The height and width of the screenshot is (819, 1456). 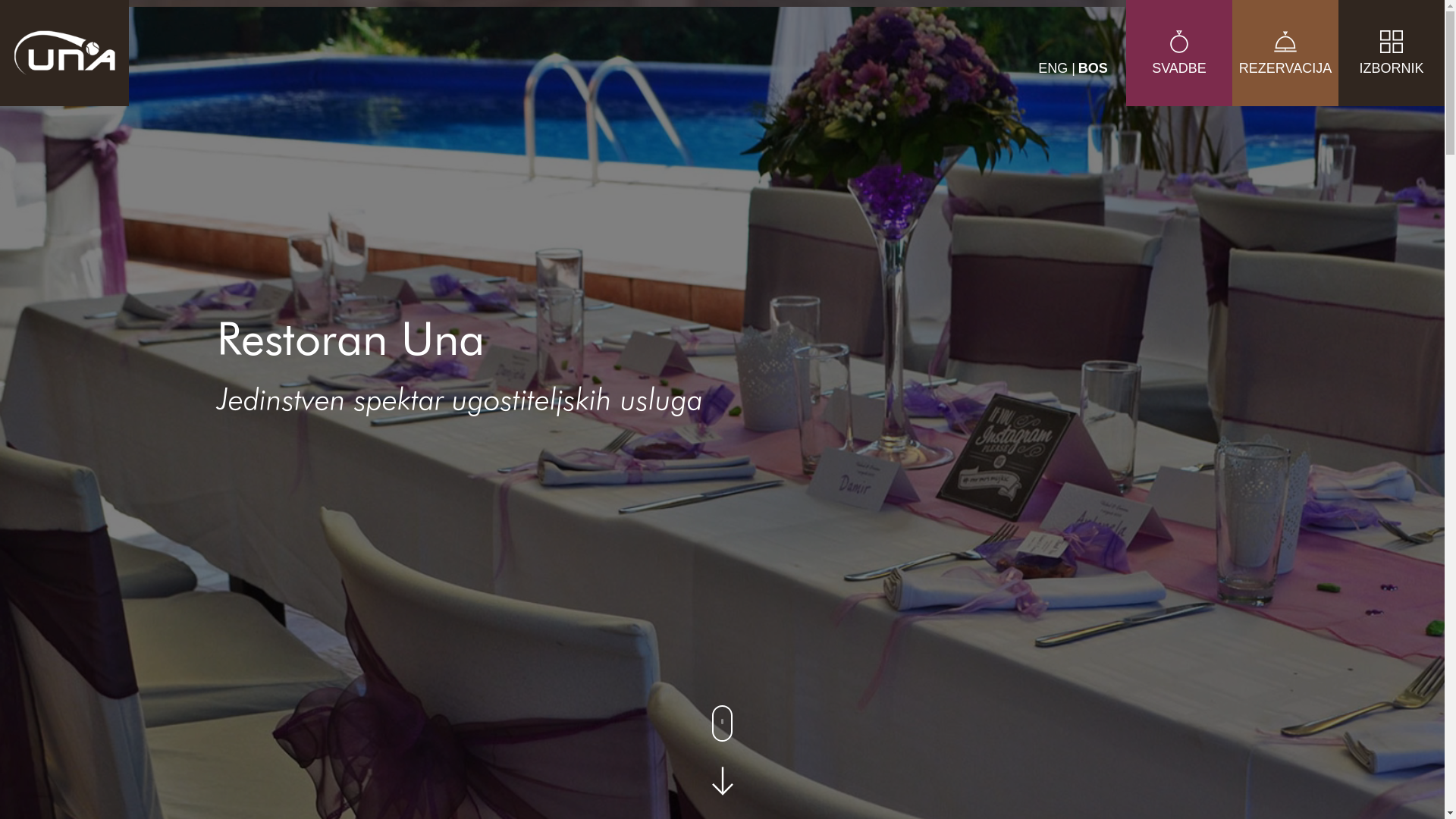 I want to click on 'IZBORNIK', so click(x=1391, y=52).